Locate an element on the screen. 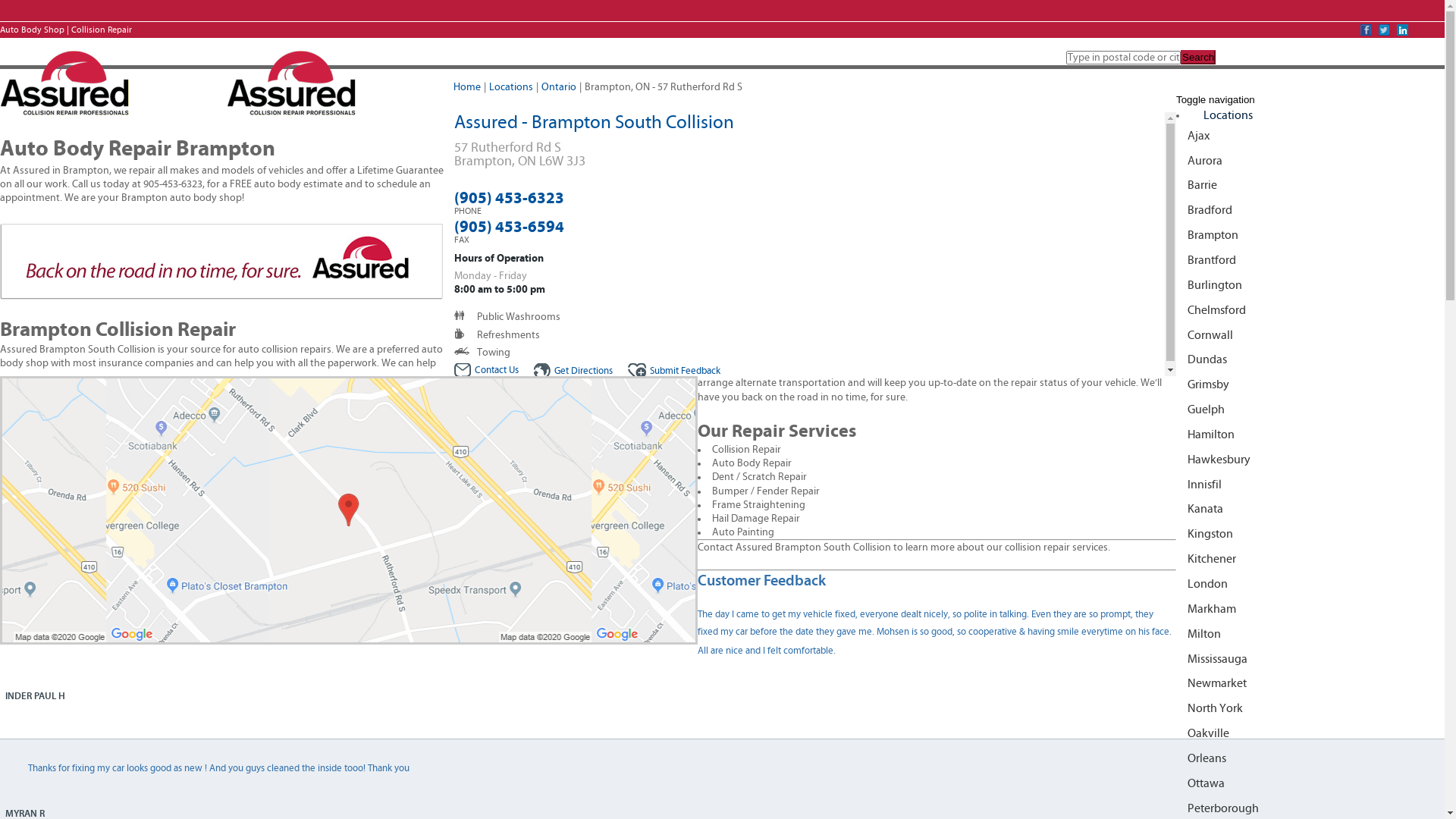 The width and height of the screenshot is (1456, 819). 'London' is located at coordinates (1175, 583).